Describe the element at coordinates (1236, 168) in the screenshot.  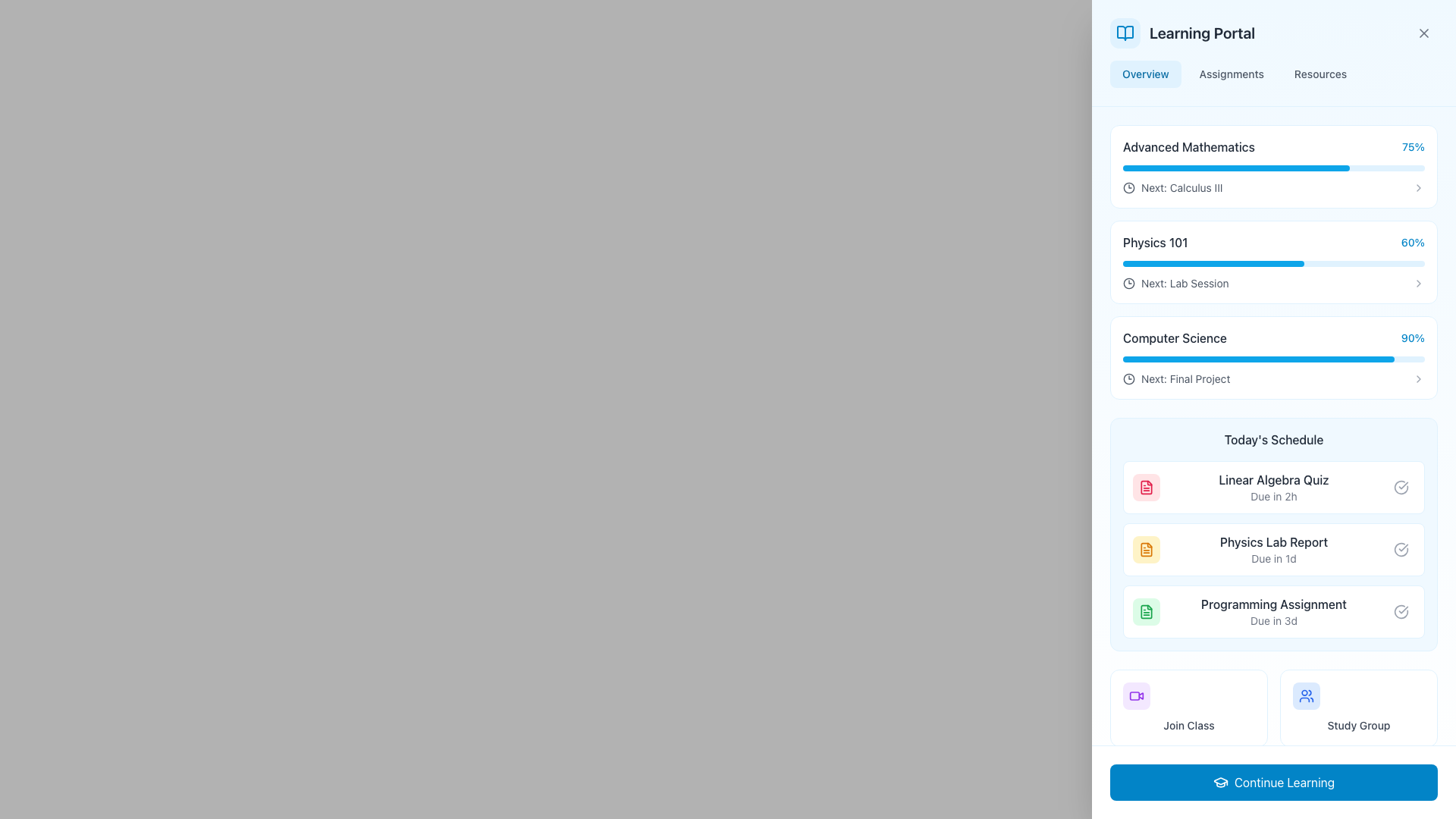
I see `progress percentage displayed next to the light blue progress bar indicating 75% progress, located in the 'Advanced Mathematics' section of the card` at that location.